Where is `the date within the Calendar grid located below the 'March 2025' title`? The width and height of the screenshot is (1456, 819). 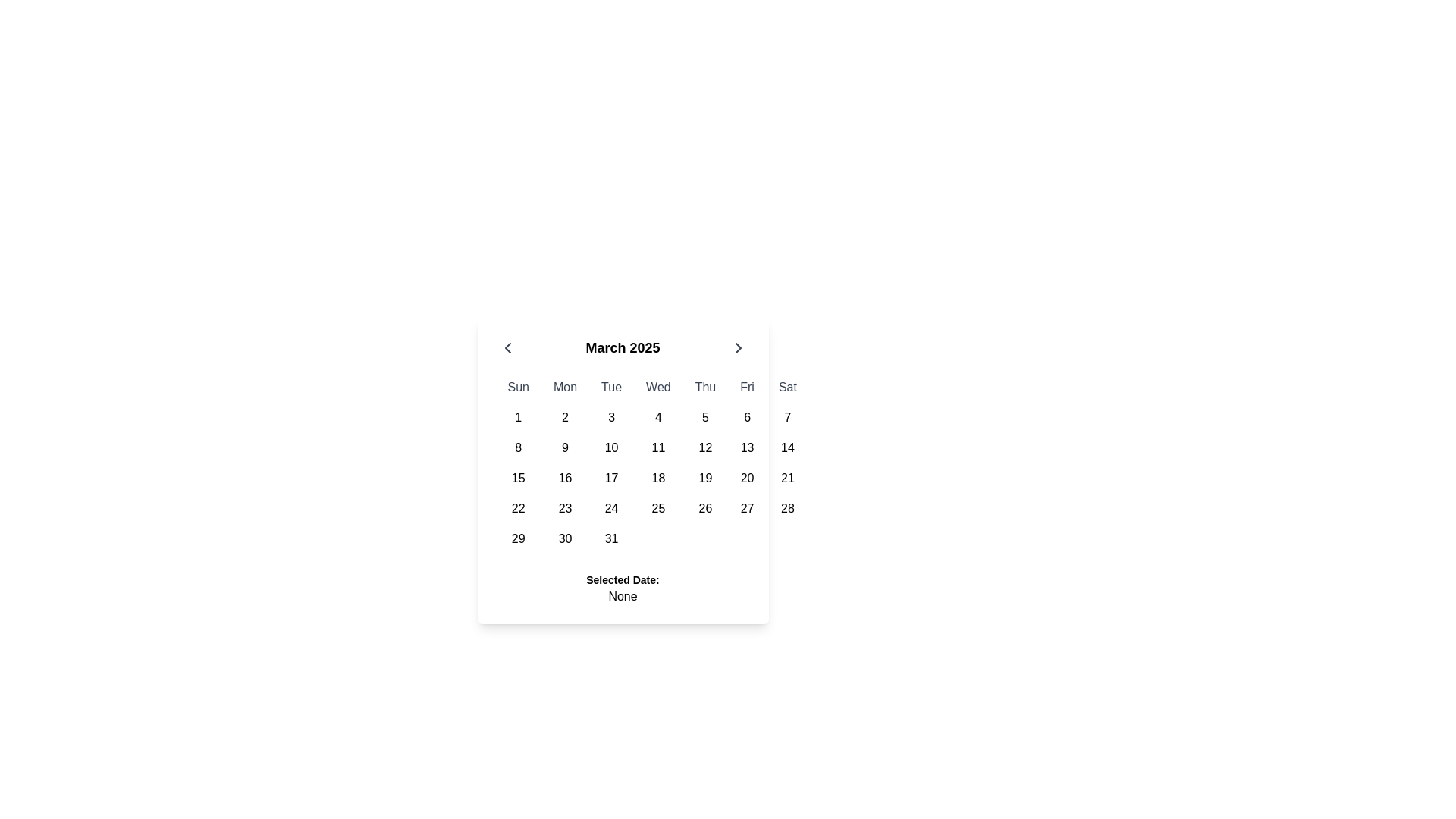 the date within the Calendar grid located below the 'March 2025' title is located at coordinates (652, 462).